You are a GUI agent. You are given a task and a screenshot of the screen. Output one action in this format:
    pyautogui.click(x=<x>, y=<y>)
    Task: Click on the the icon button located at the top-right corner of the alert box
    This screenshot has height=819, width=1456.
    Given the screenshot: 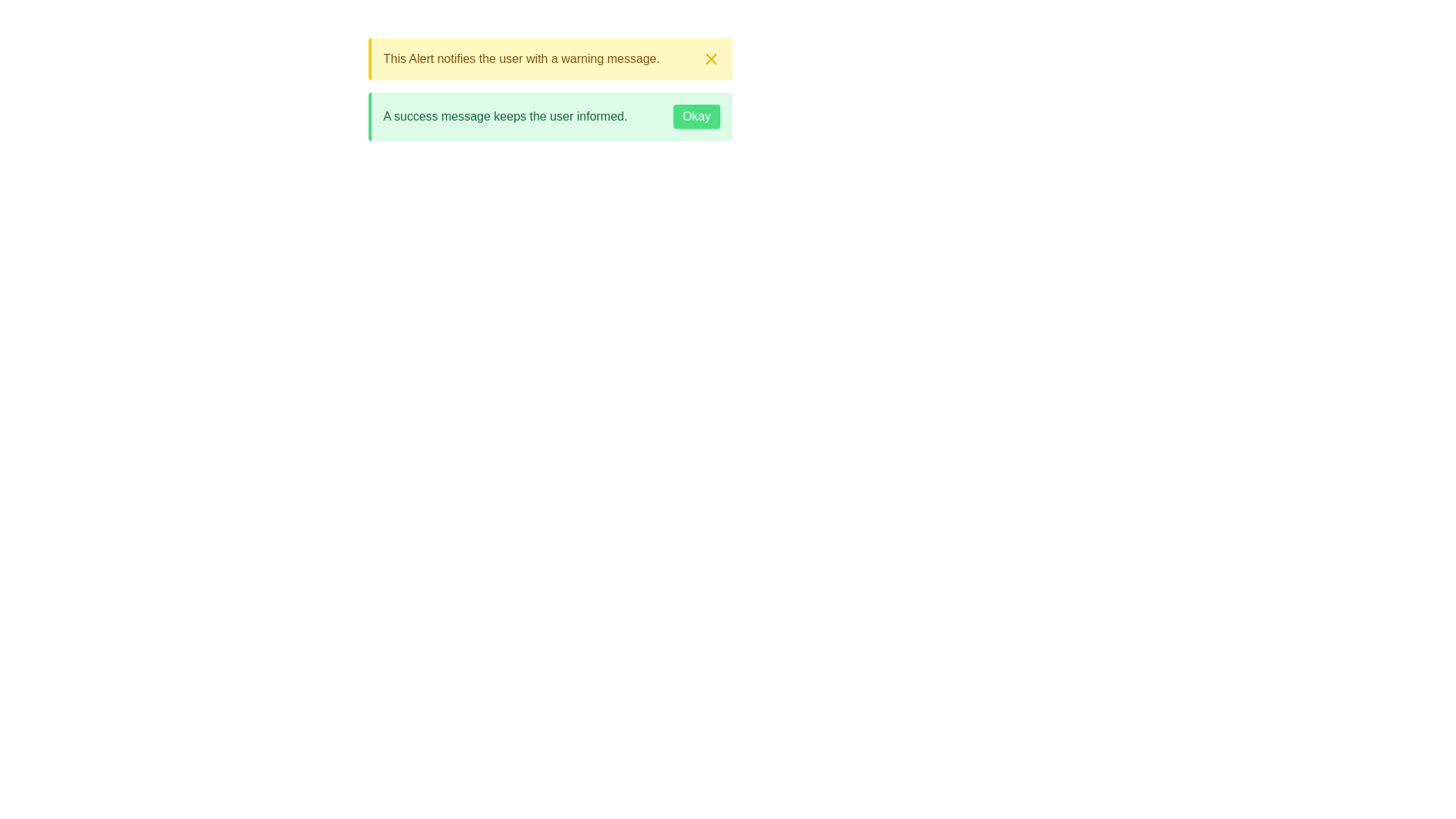 What is the action you would take?
    pyautogui.click(x=710, y=58)
    